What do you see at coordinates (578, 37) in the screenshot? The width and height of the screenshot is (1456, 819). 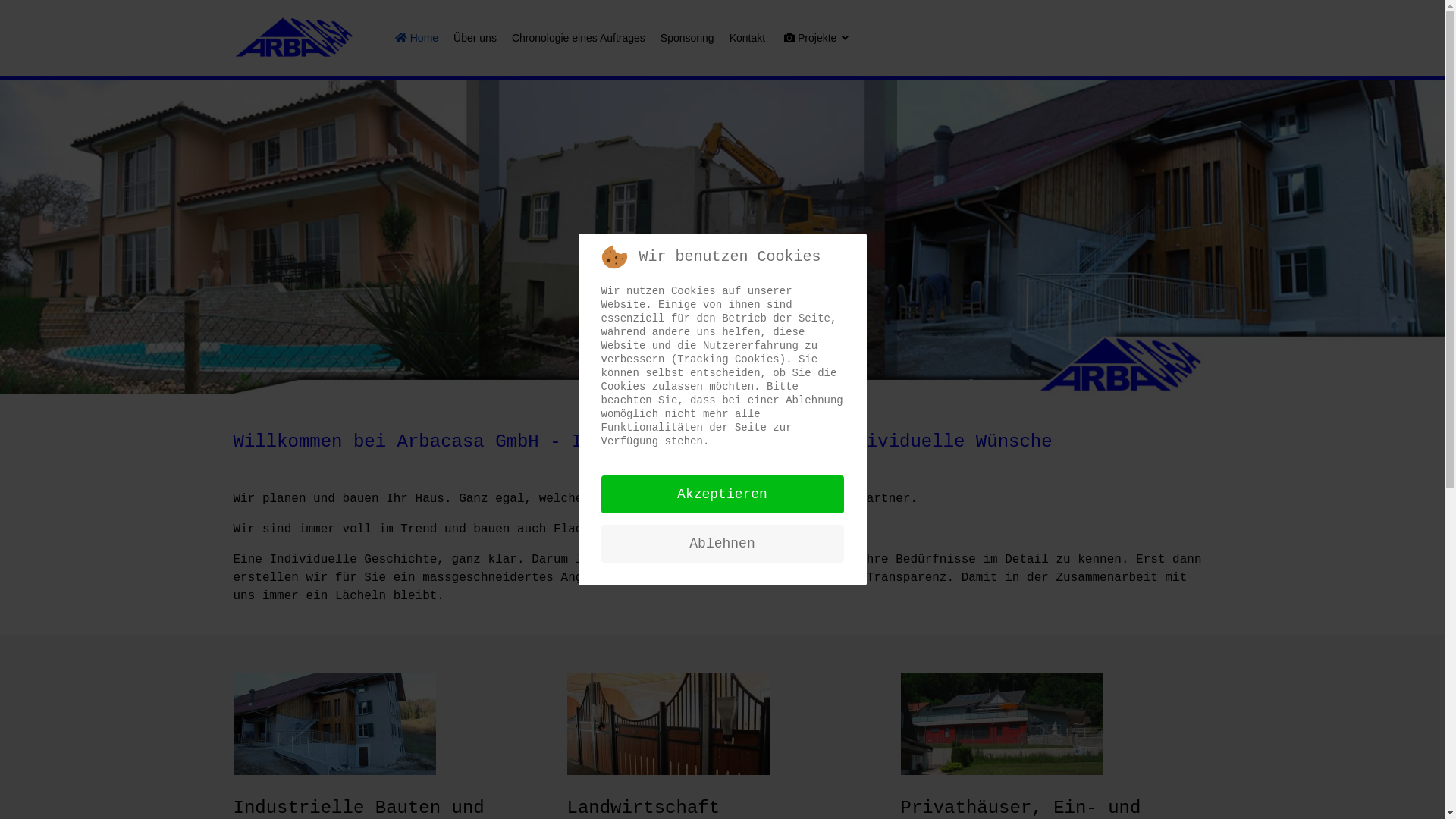 I see `'Chronologie eines Auftrages'` at bounding box center [578, 37].